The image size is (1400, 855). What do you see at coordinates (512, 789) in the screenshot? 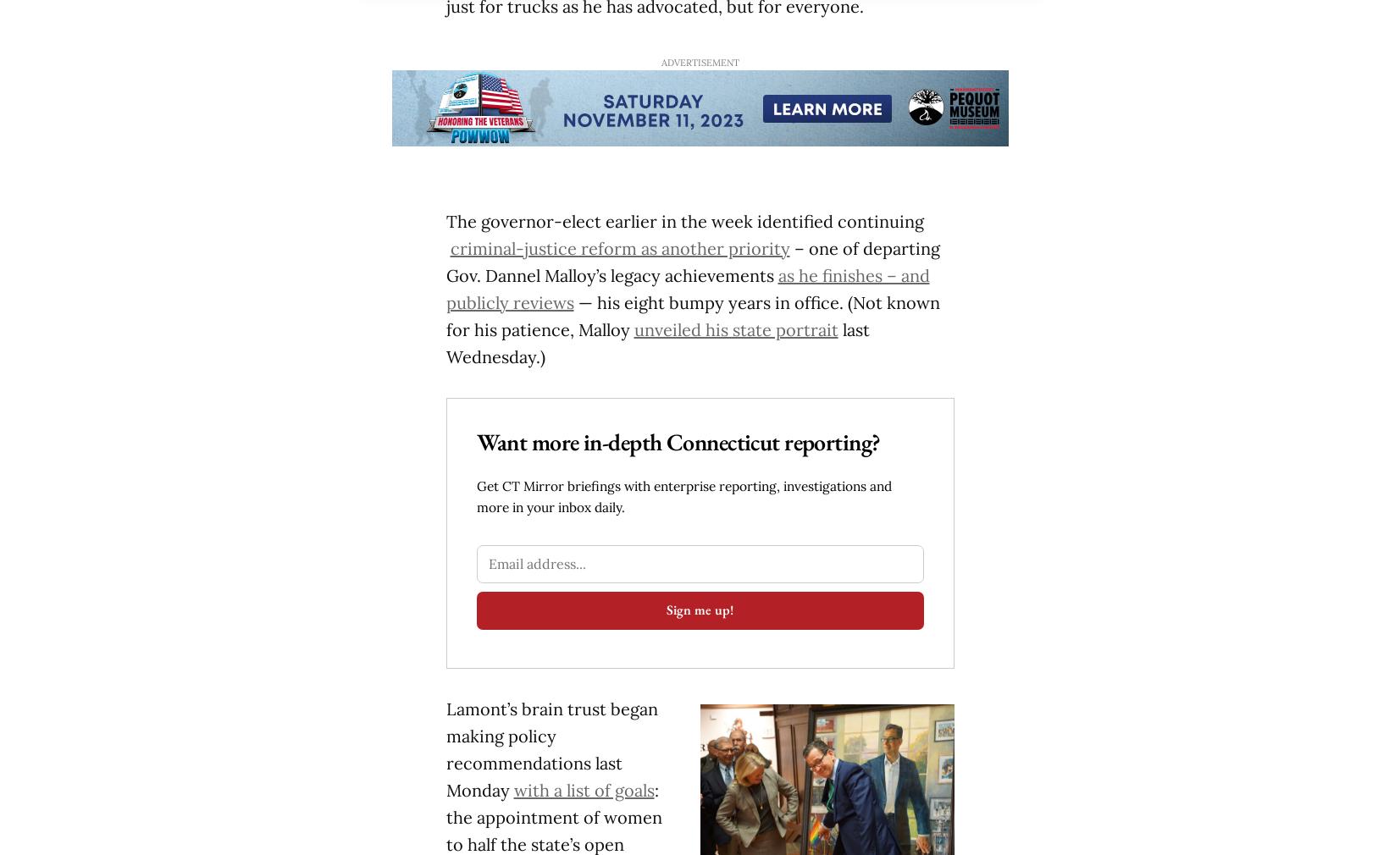
I see `'with a list of goals'` at bounding box center [512, 789].